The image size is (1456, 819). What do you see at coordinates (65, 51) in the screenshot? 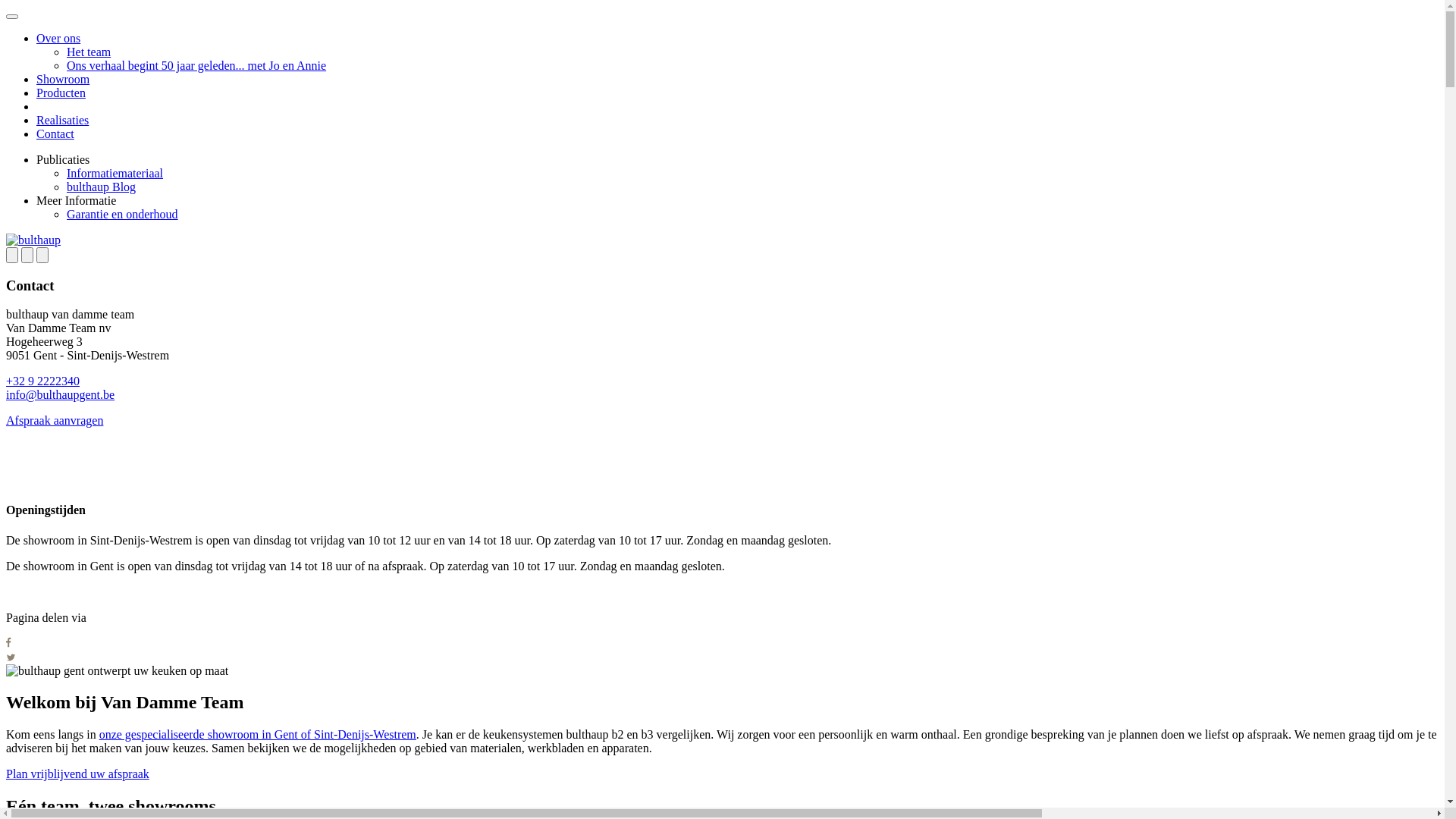
I see `'Het team'` at bounding box center [65, 51].